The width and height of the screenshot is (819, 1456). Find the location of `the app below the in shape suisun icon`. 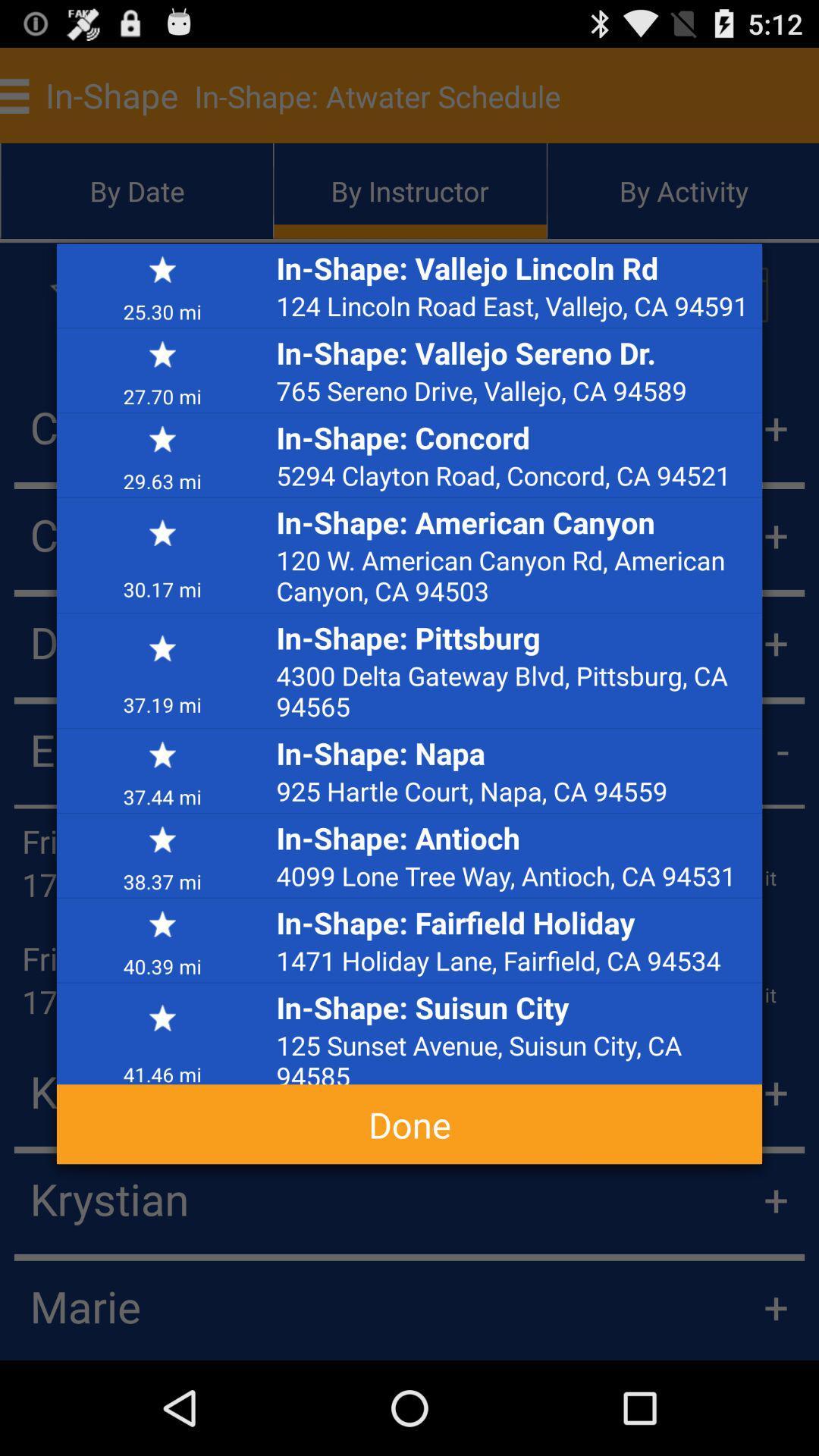

the app below the in shape suisun icon is located at coordinates (514, 1055).